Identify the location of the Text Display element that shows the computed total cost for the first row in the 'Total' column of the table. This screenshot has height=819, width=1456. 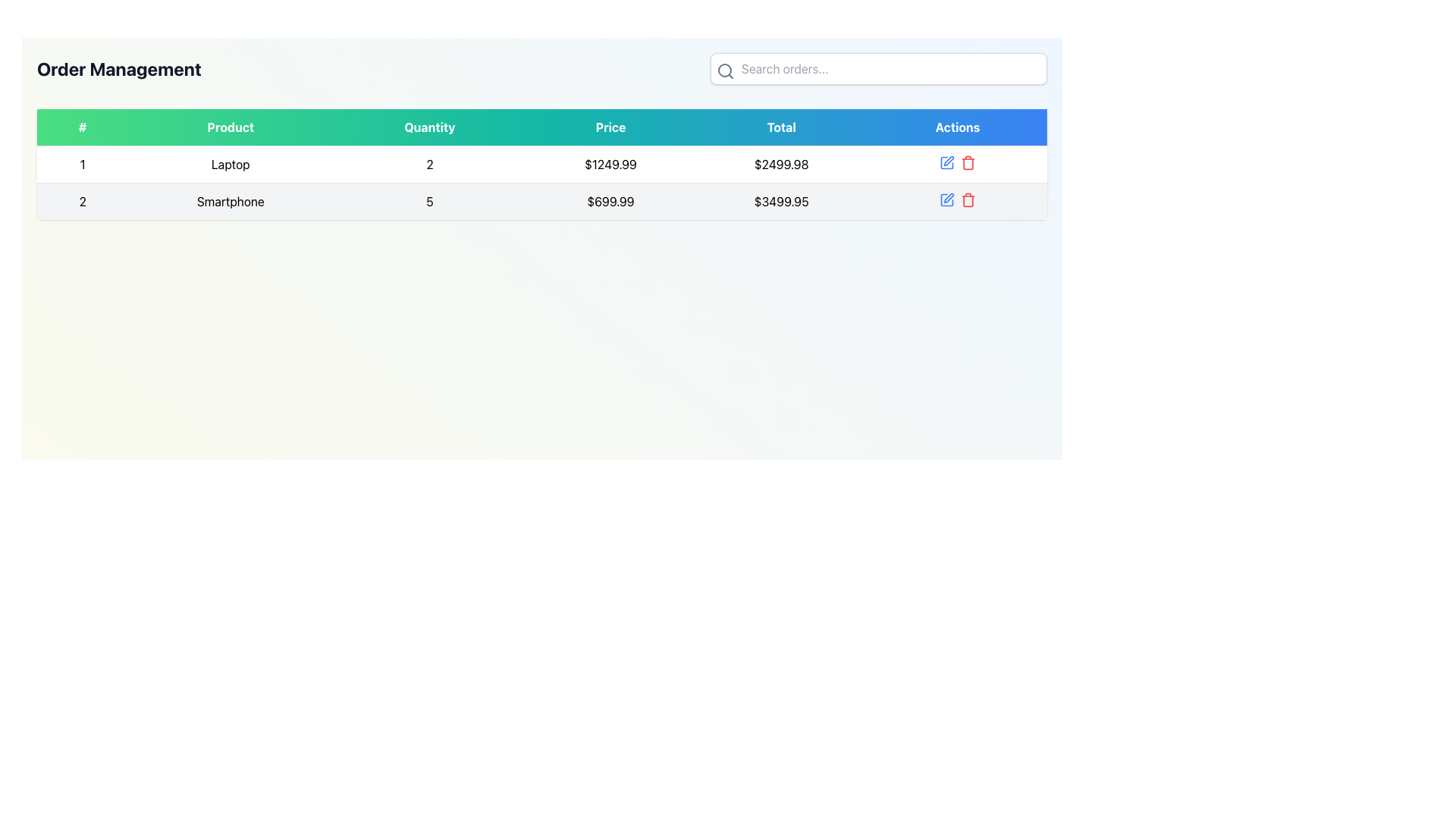
(781, 164).